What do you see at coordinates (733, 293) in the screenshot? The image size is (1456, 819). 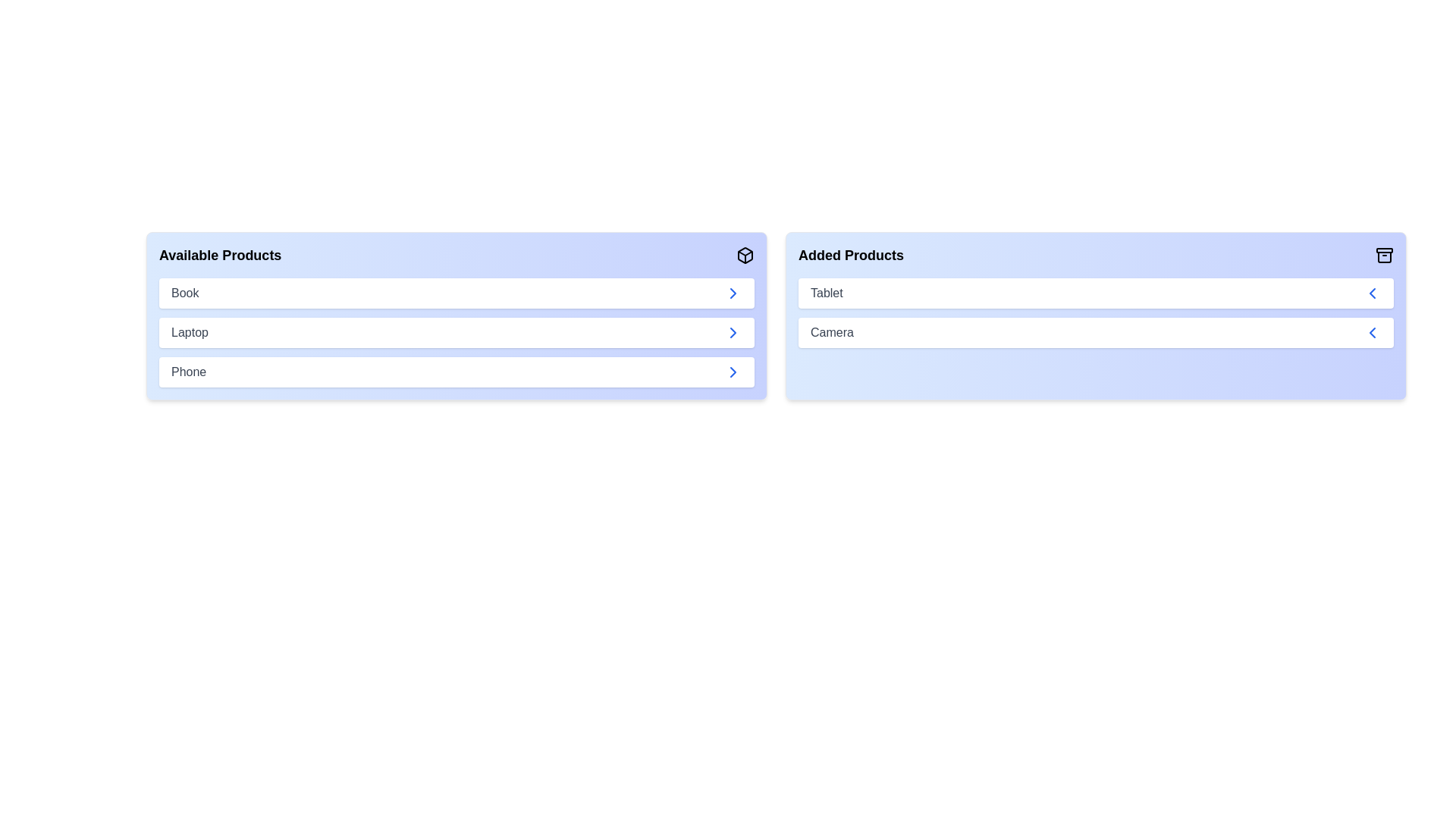 I see `right arrow button next to the product 'Book' in the 'Available Products' list to transfer it to the 'Added Products' list` at bounding box center [733, 293].